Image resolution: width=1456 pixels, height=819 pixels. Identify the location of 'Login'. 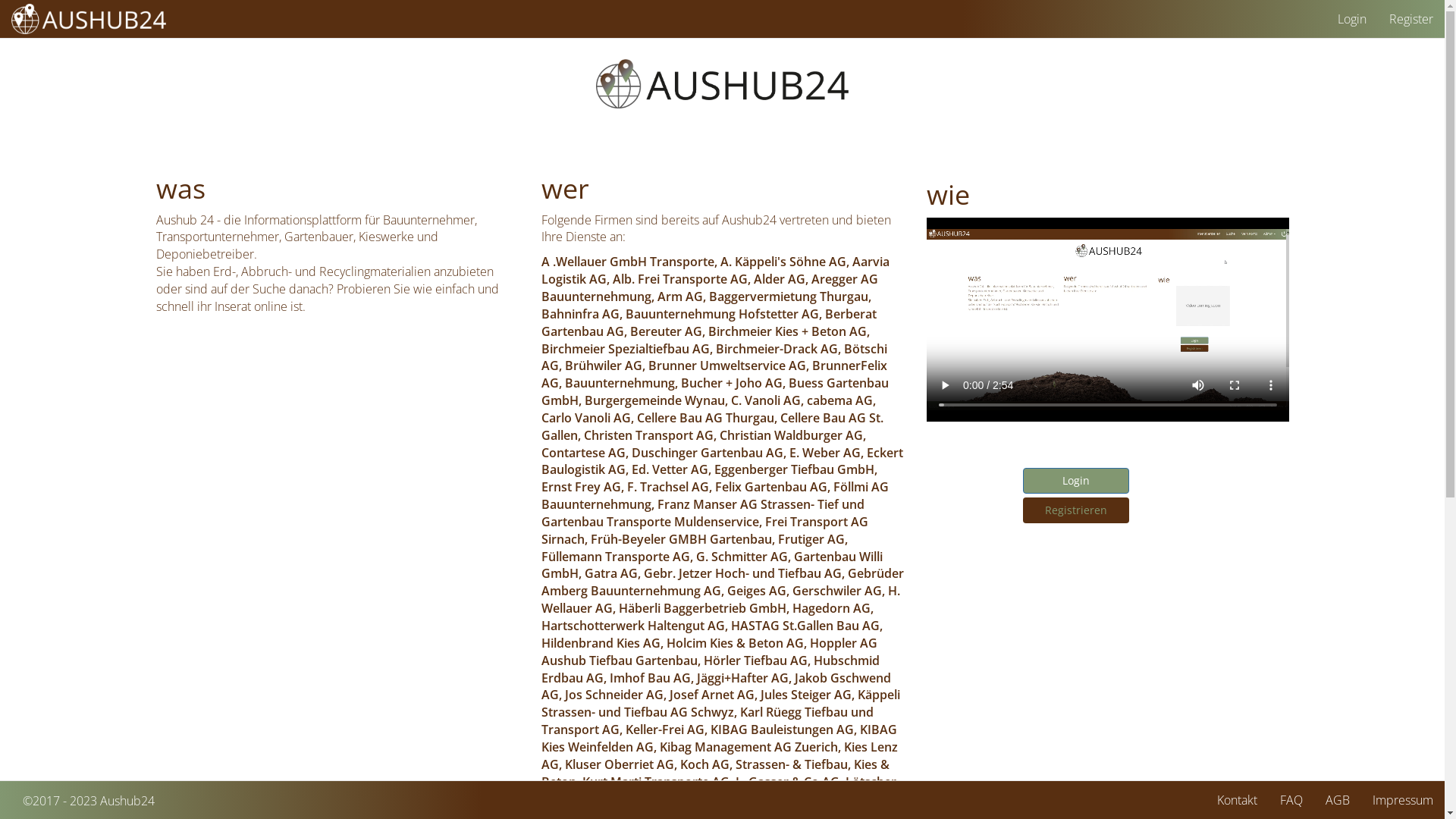
(1325, 18).